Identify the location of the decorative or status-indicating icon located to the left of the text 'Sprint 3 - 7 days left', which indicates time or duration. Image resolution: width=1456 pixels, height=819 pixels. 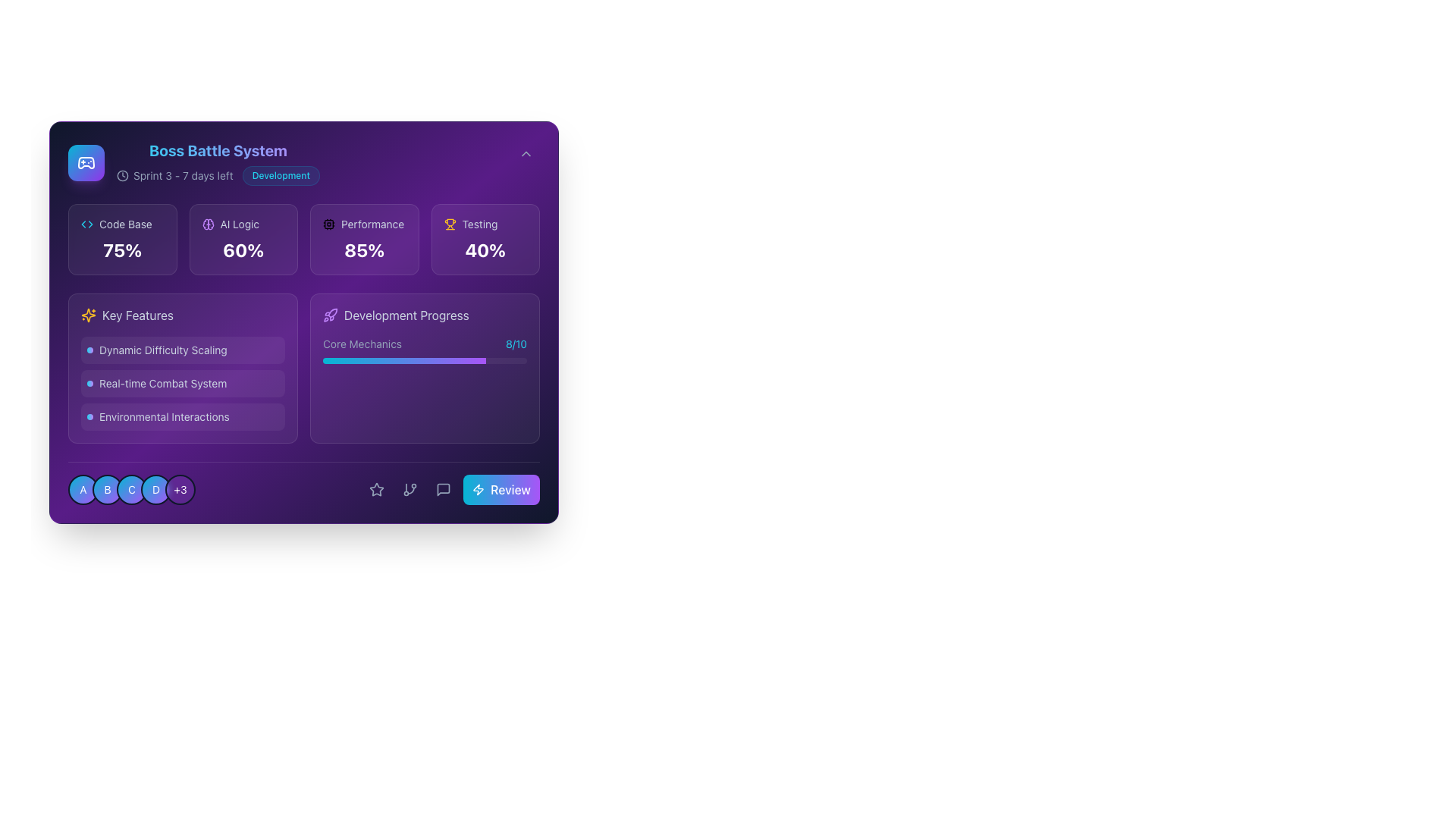
(123, 174).